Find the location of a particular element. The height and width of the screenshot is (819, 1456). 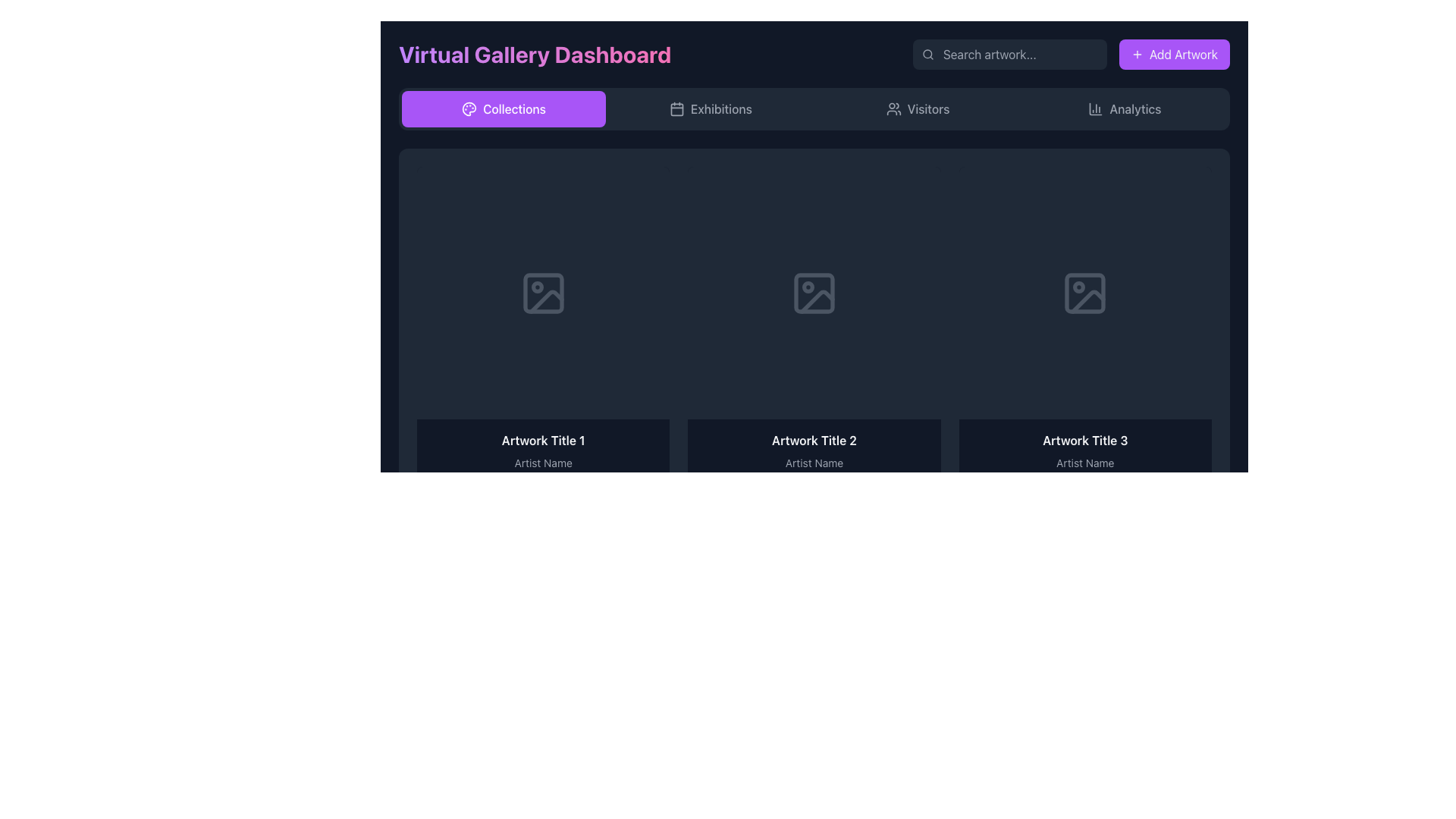

the button in the third column of the topmost row of the grid layout that serves is located at coordinates (1065, 293).